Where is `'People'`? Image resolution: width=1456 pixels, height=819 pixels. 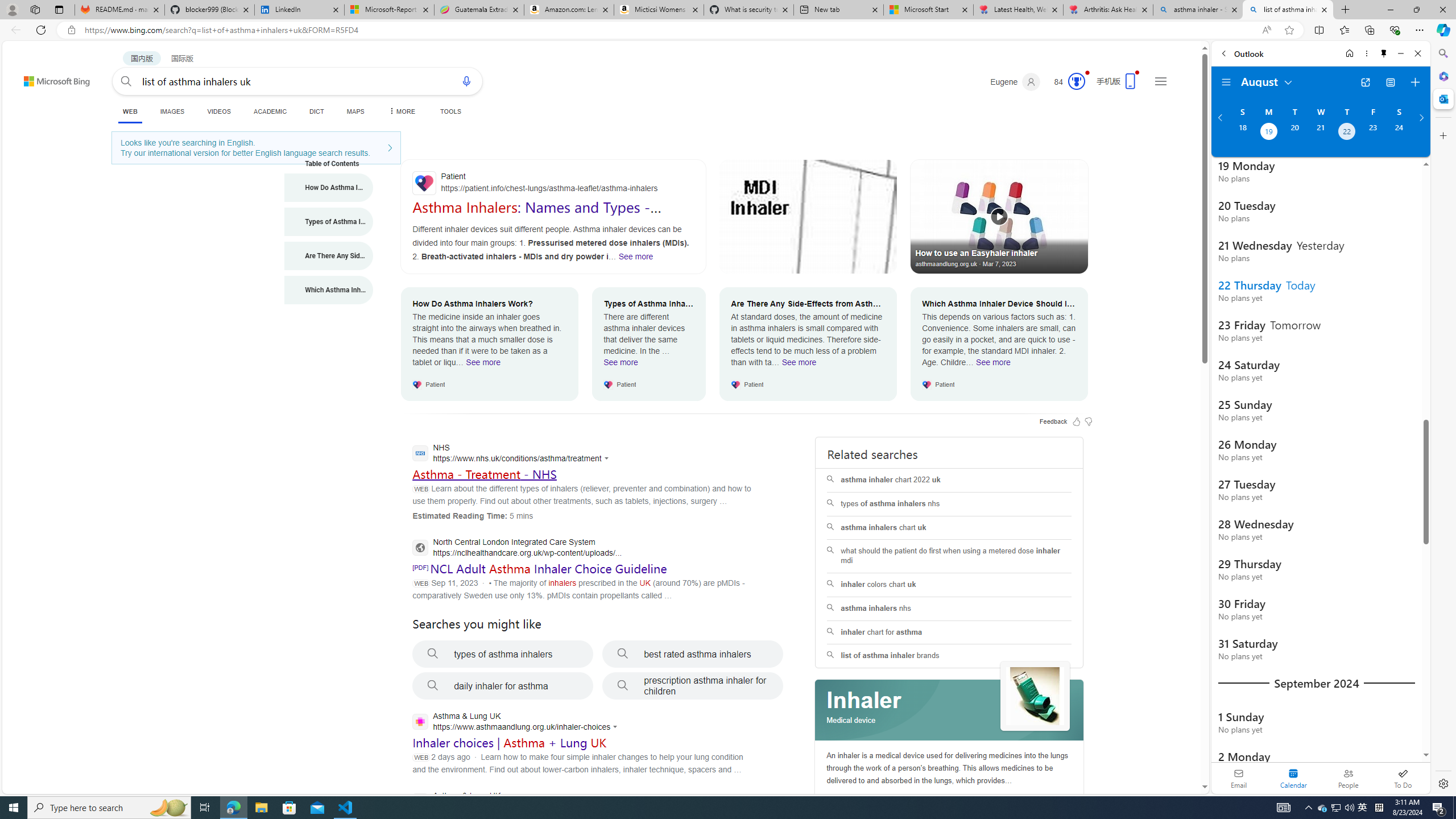 'People' is located at coordinates (1347, 777).